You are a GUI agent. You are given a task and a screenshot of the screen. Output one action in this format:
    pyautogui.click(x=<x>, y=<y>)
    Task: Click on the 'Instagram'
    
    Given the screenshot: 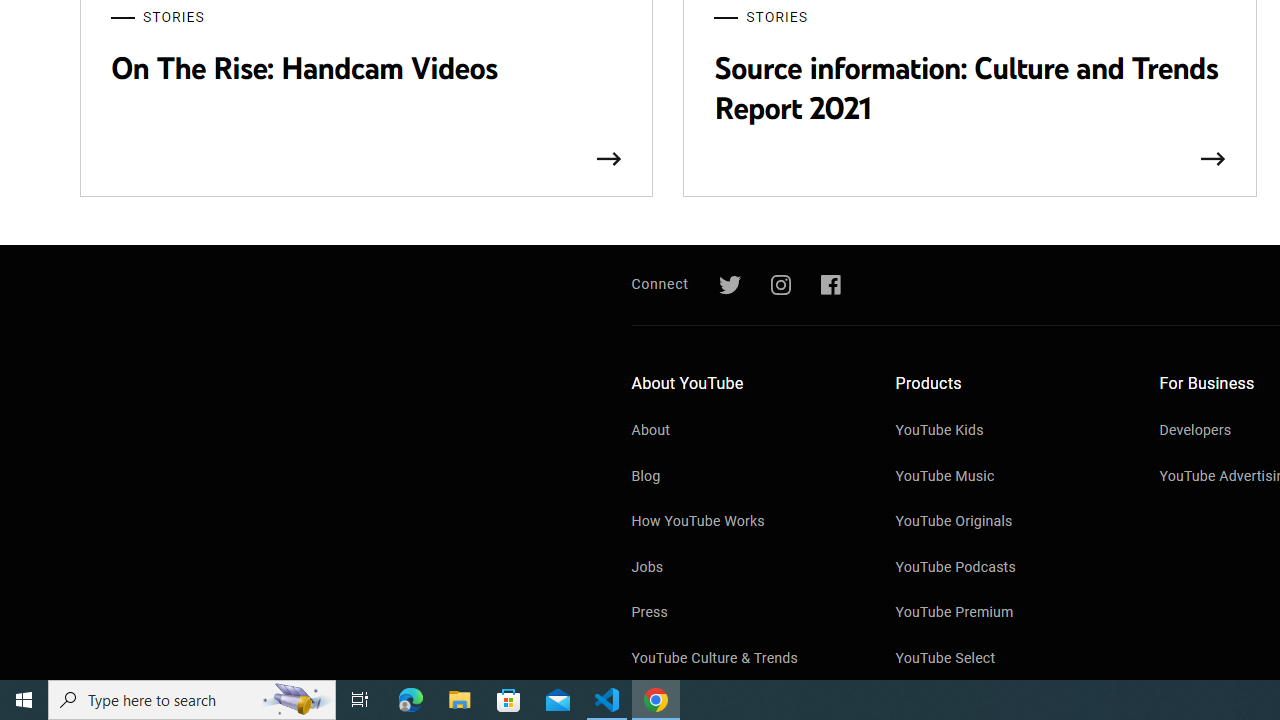 What is the action you would take?
    pyautogui.click(x=779, y=285)
    